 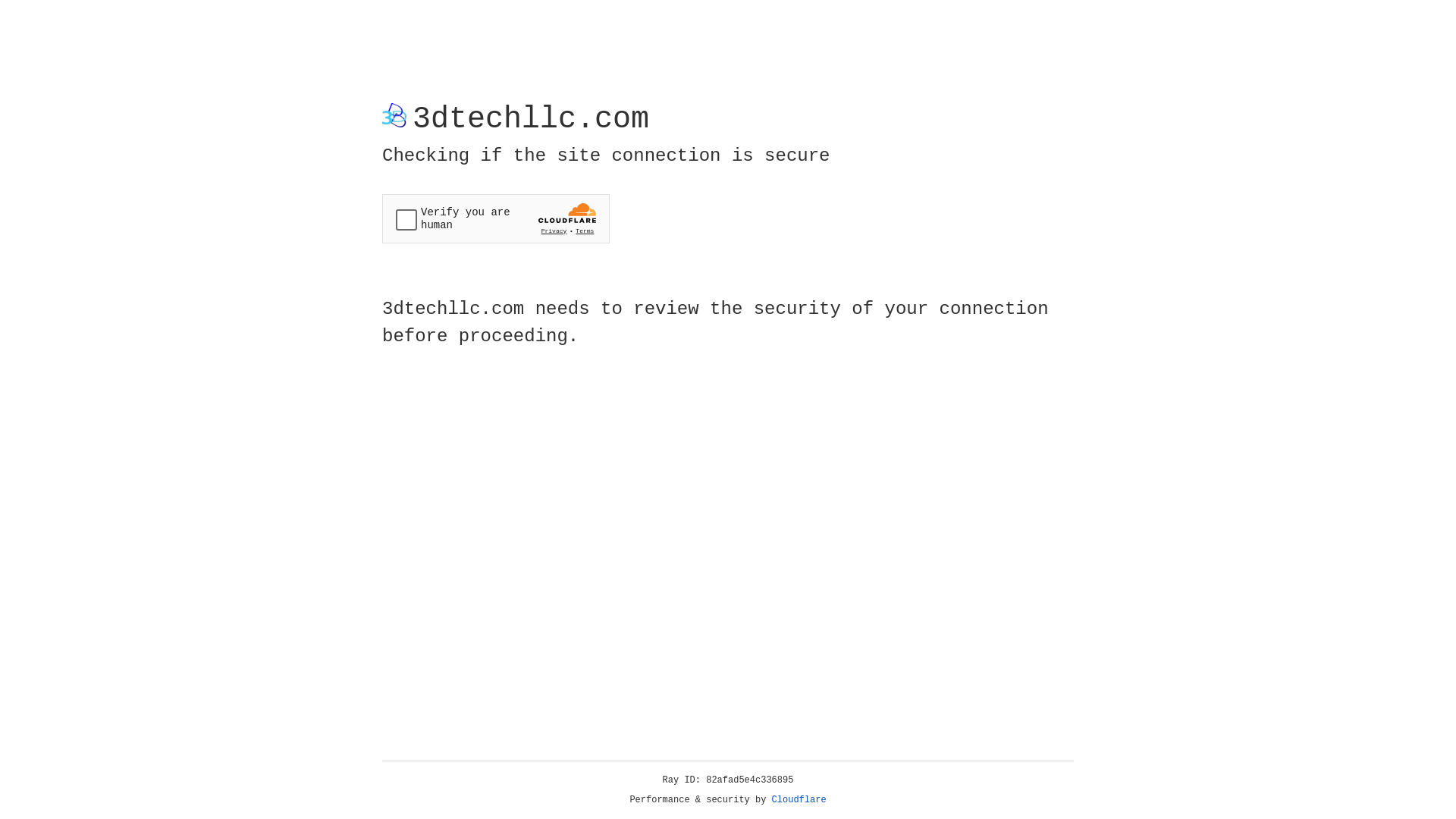 I want to click on 'Cloudflare', so click(x=799, y=799).